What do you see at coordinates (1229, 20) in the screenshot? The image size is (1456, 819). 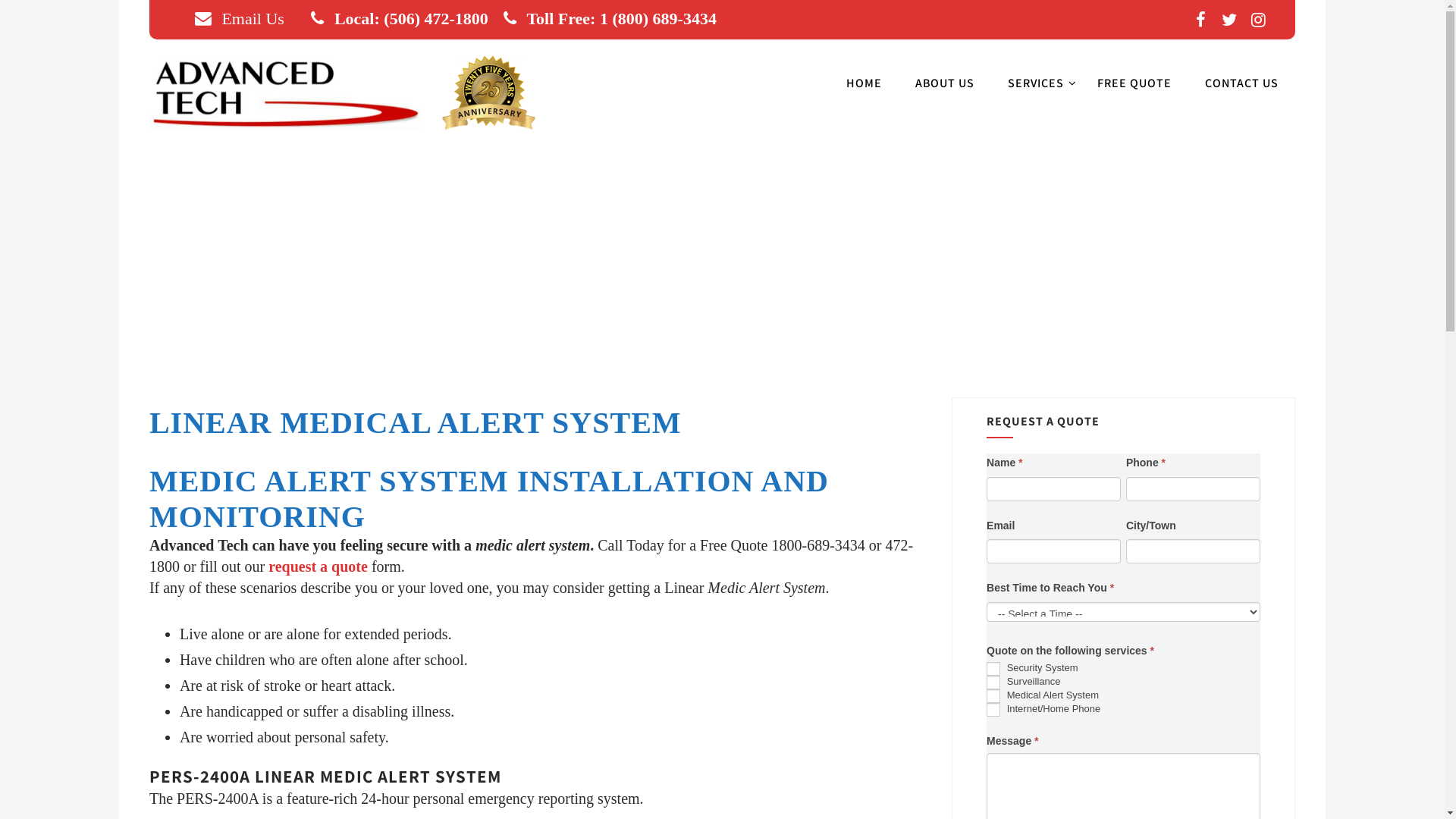 I see `'twitter'` at bounding box center [1229, 20].